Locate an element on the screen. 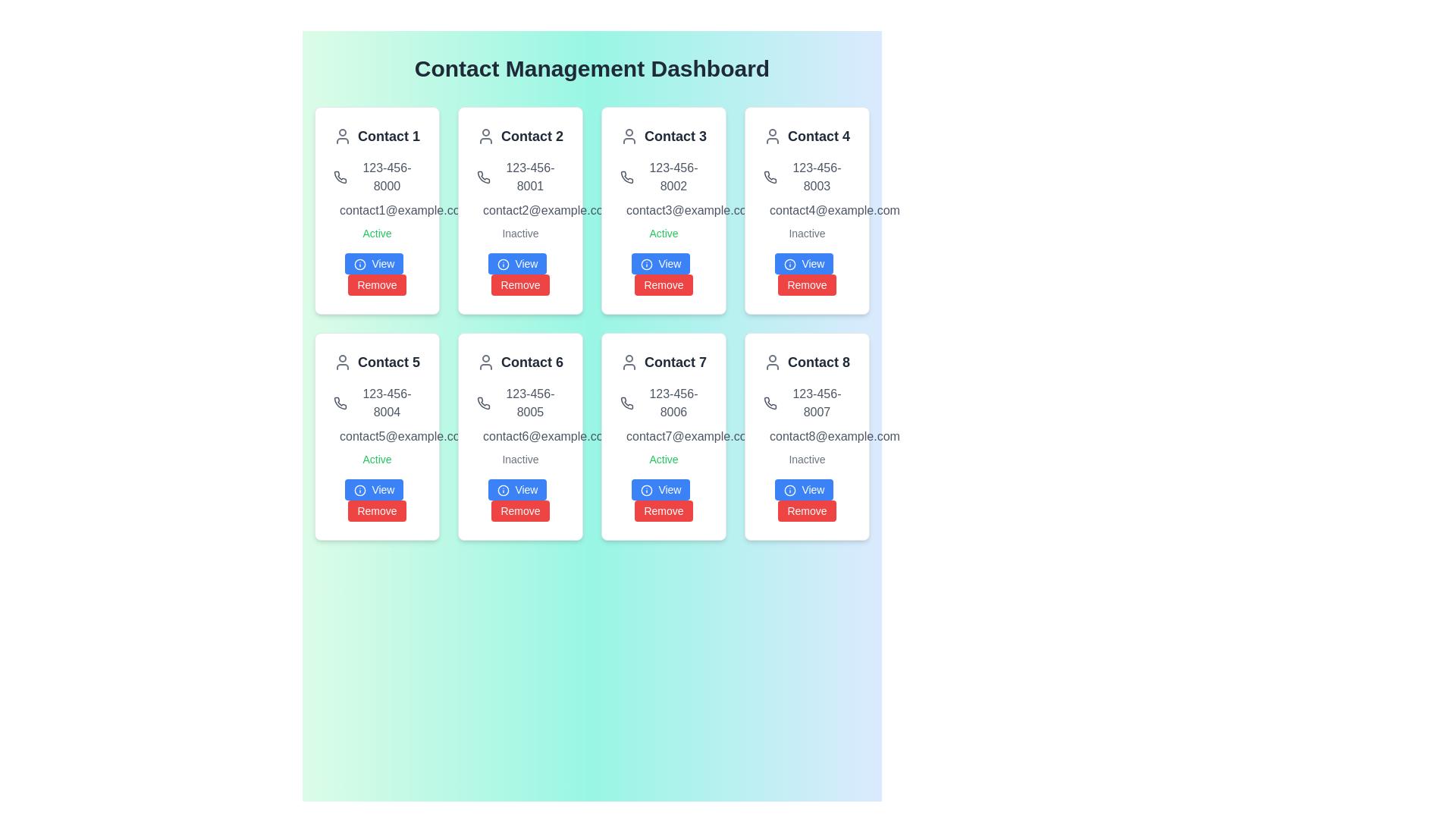 The height and width of the screenshot is (819, 1456). the icon representing the contact's phone number for 'Contact 1', which is located just to the left of the phone number '123-456-8000' is located at coordinates (339, 177).